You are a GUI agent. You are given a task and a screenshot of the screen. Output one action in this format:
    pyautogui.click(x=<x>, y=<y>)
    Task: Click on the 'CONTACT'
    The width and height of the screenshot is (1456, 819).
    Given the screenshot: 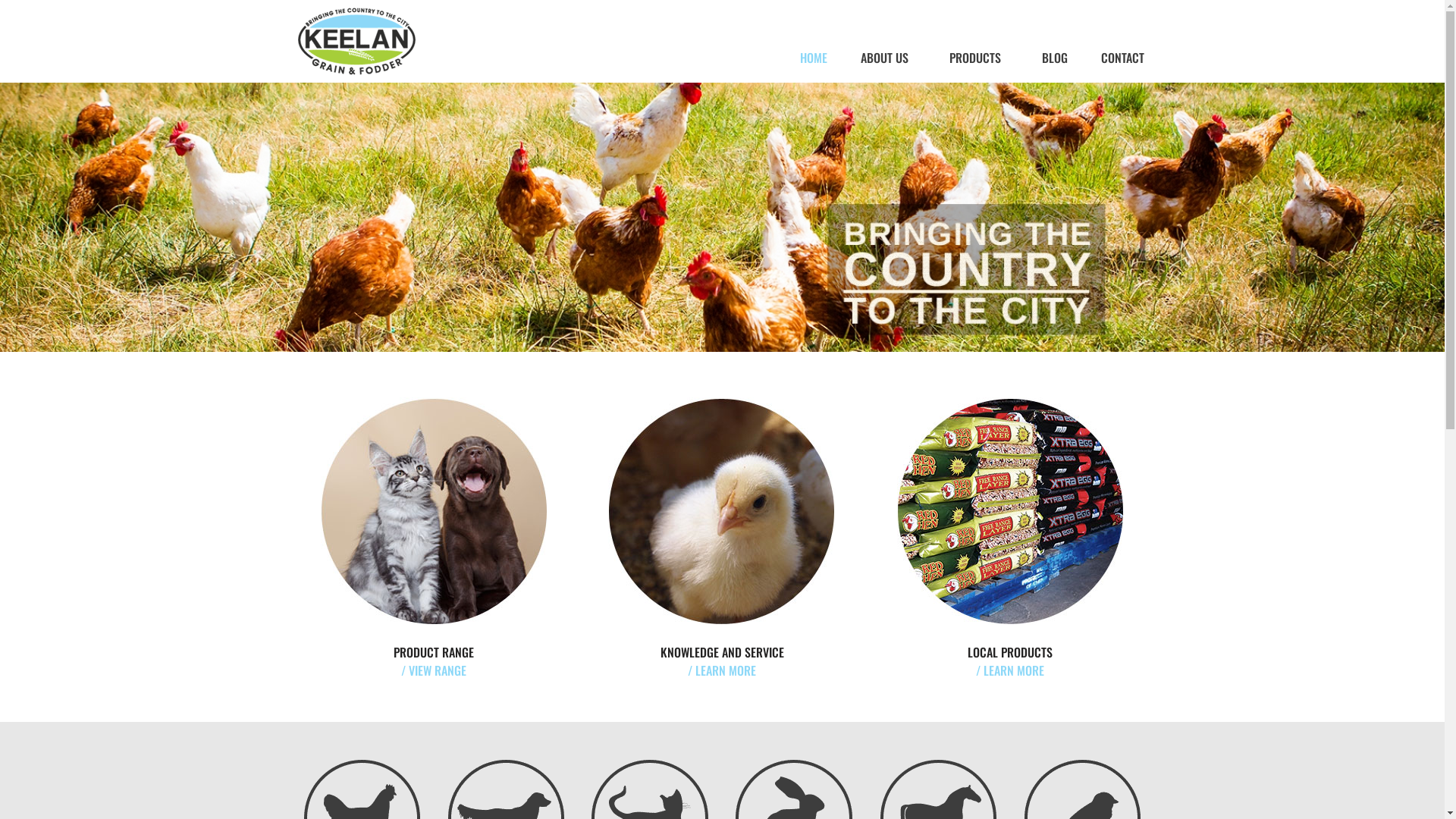 What is the action you would take?
    pyautogui.click(x=1122, y=57)
    